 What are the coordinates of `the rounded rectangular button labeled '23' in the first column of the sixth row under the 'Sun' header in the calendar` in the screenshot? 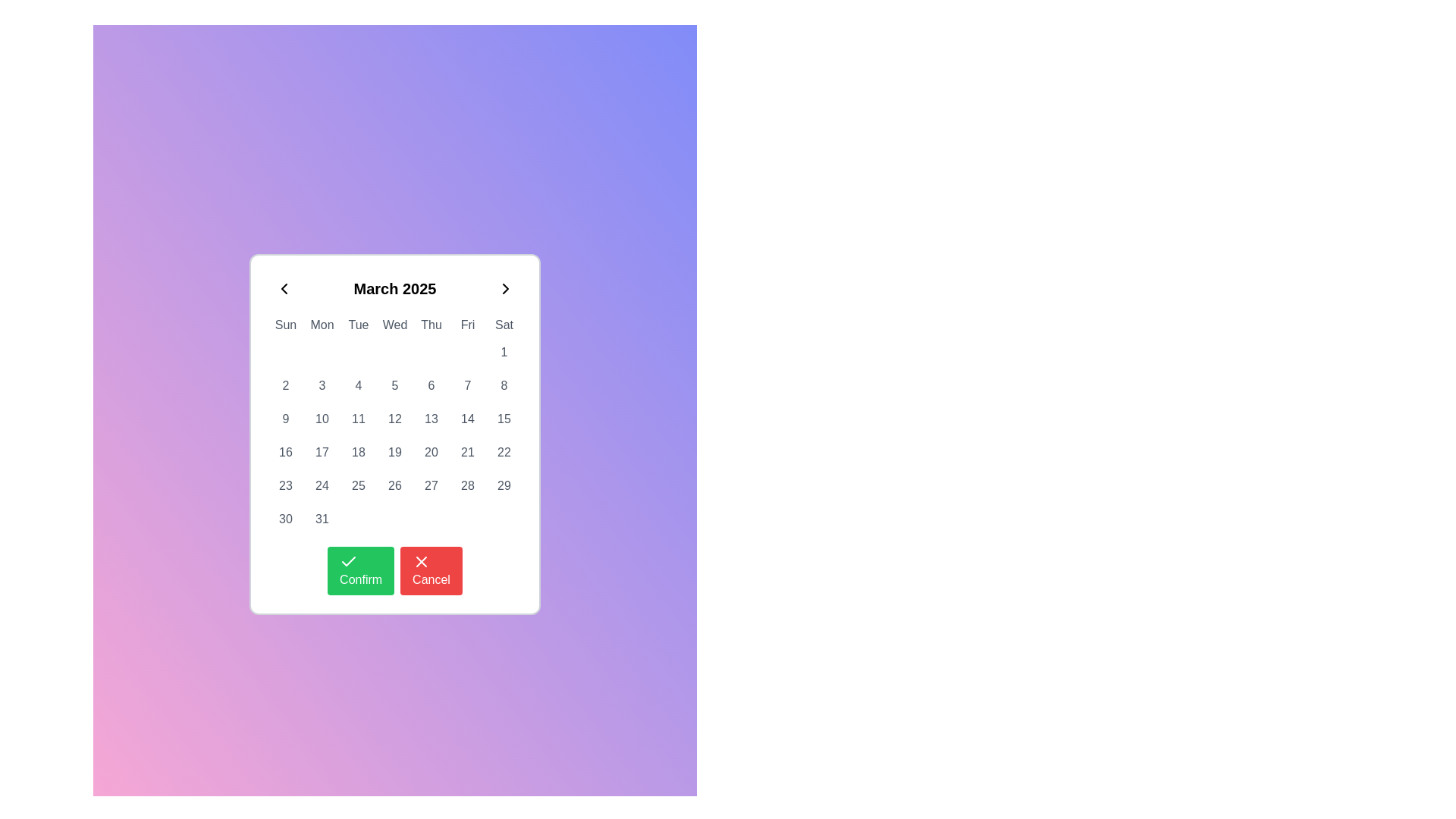 It's located at (286, 485).